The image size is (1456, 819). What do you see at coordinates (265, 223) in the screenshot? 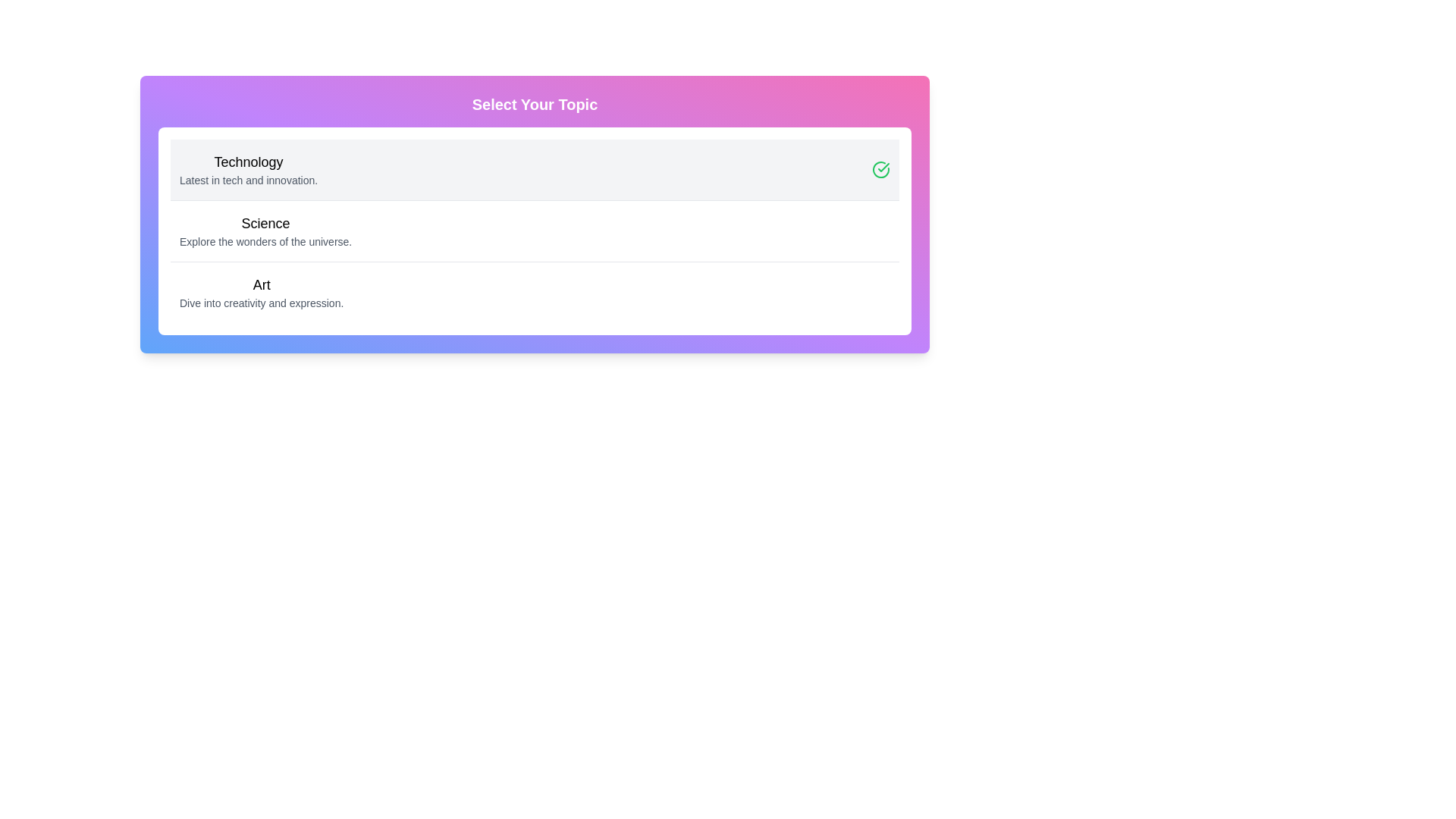
I see `the 'Science' header` at bounding box center [265, 223].